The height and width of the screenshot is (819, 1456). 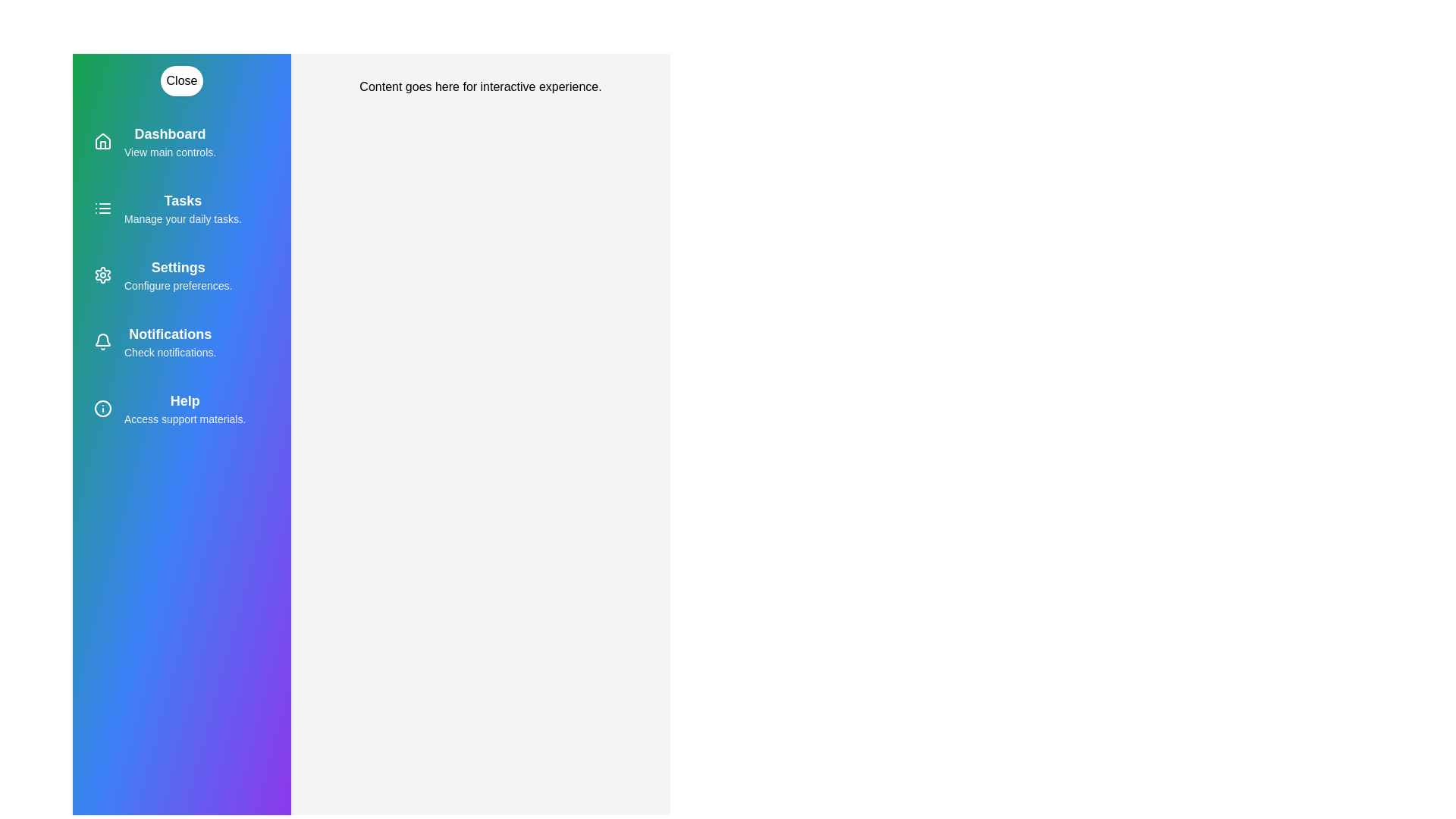 What do you see at coordinates (182, 208) in the screenshot?
I see `the menu item labeled 'Tasks' to highlight it` at bounding box center [182, 208].